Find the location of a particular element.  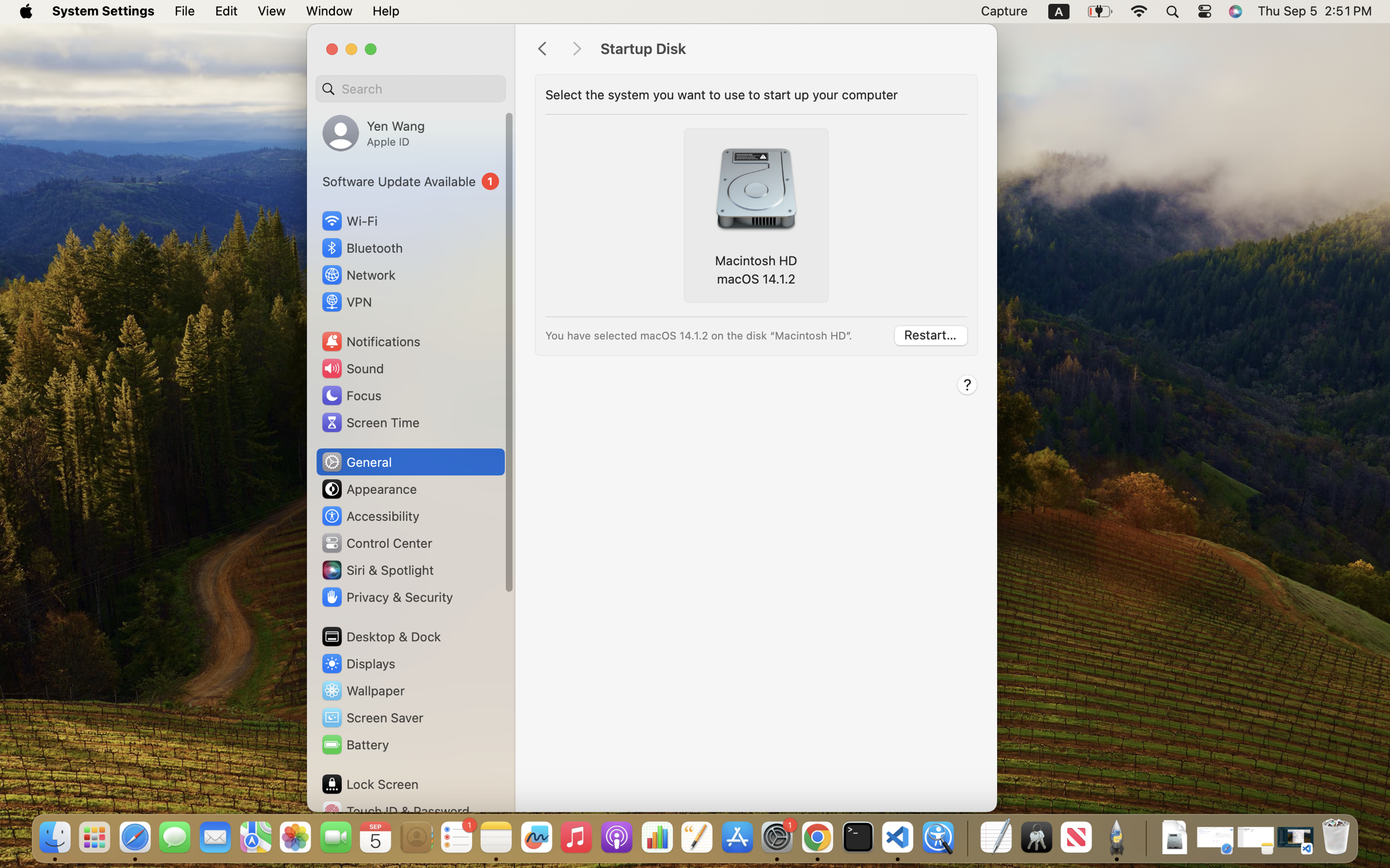

'Wallpaper' is located at coordinates (362, 691).